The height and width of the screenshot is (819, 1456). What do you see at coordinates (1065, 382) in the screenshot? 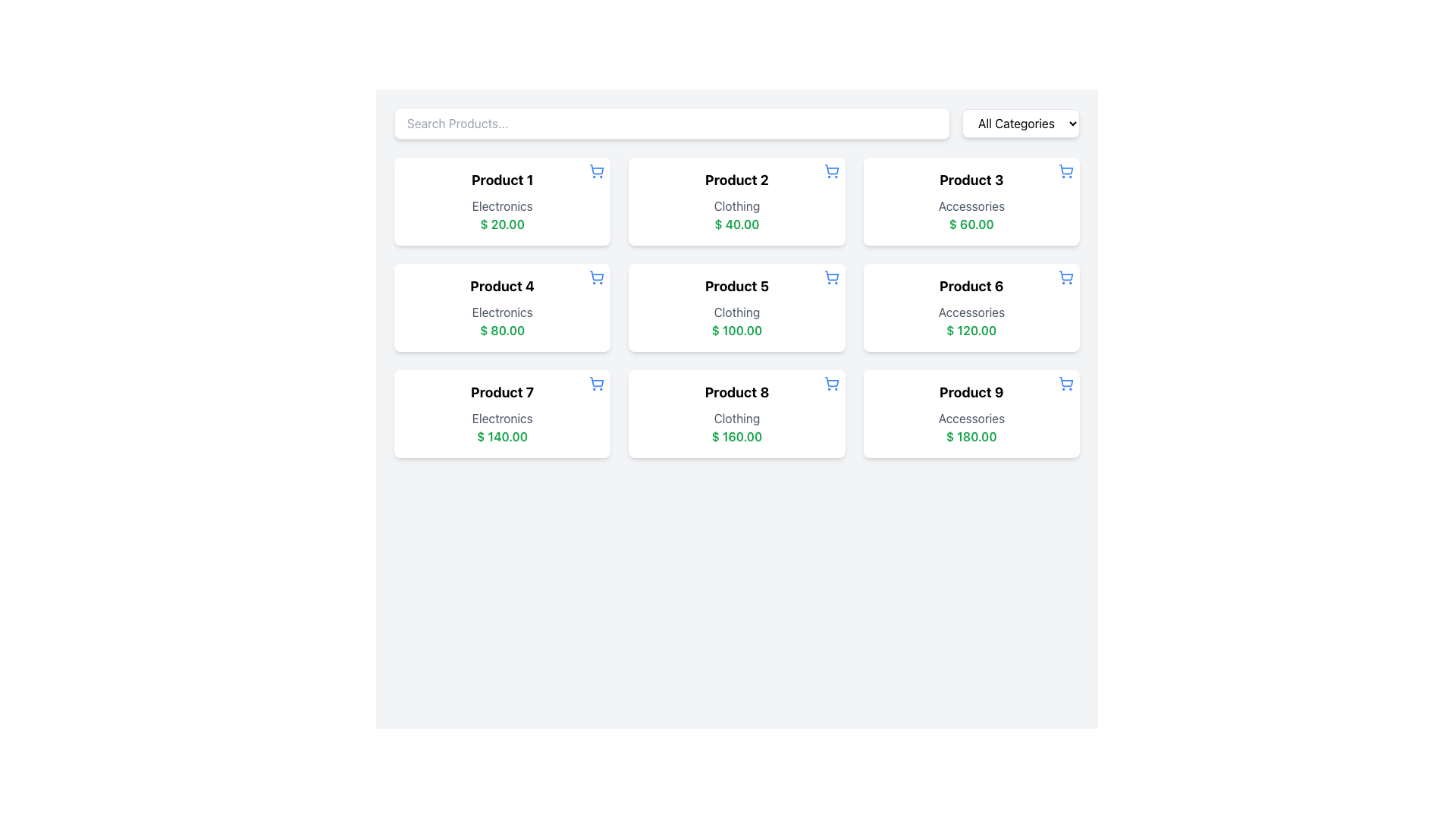
I see `the blue shopping cart icon button located at the top-right corner of the 'Product 9' card` at bounding box center [1065, 382].